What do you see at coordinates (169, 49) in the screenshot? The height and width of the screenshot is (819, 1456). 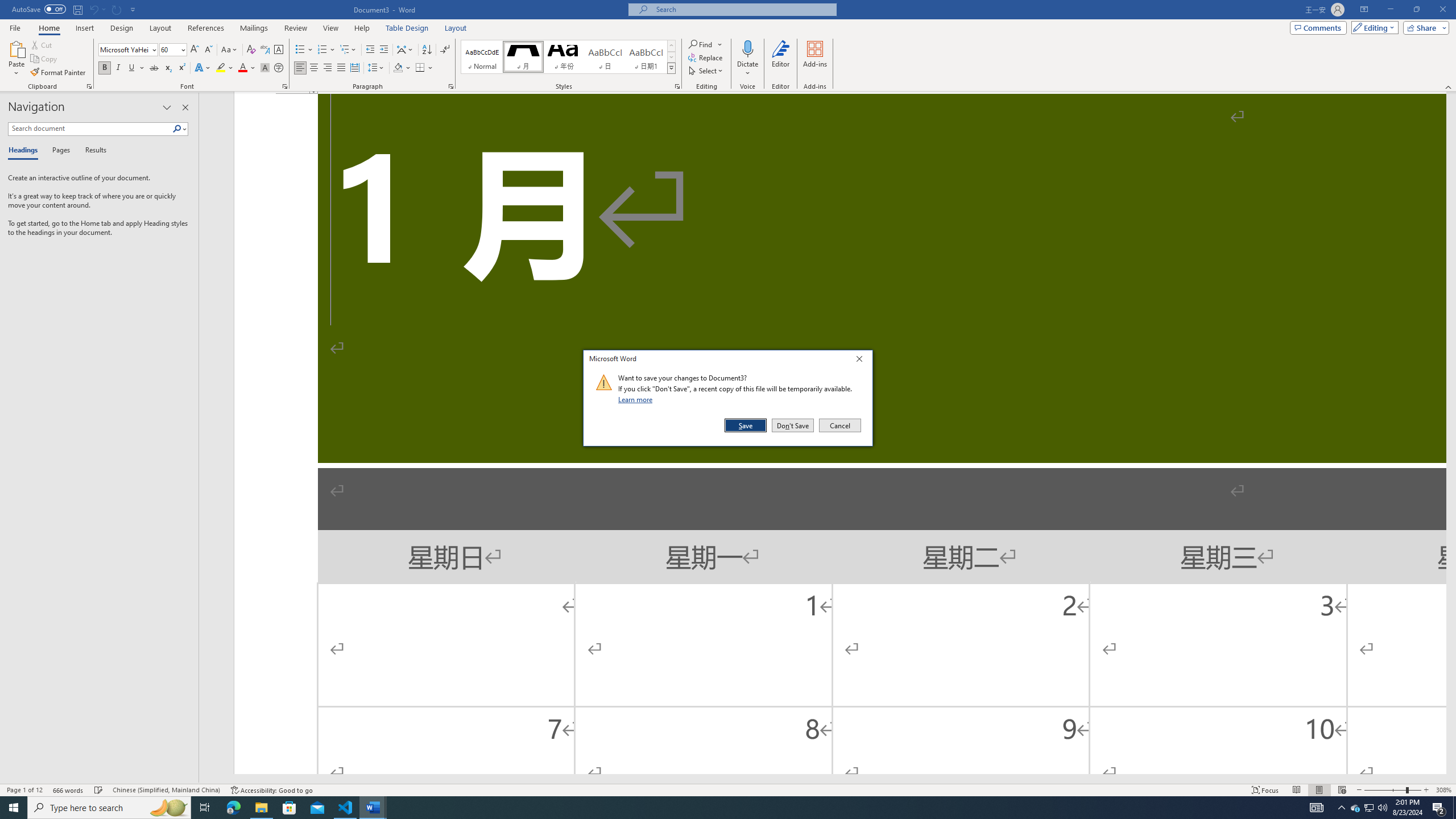 I see `'Font Size'` at bounding box center [169, 49].